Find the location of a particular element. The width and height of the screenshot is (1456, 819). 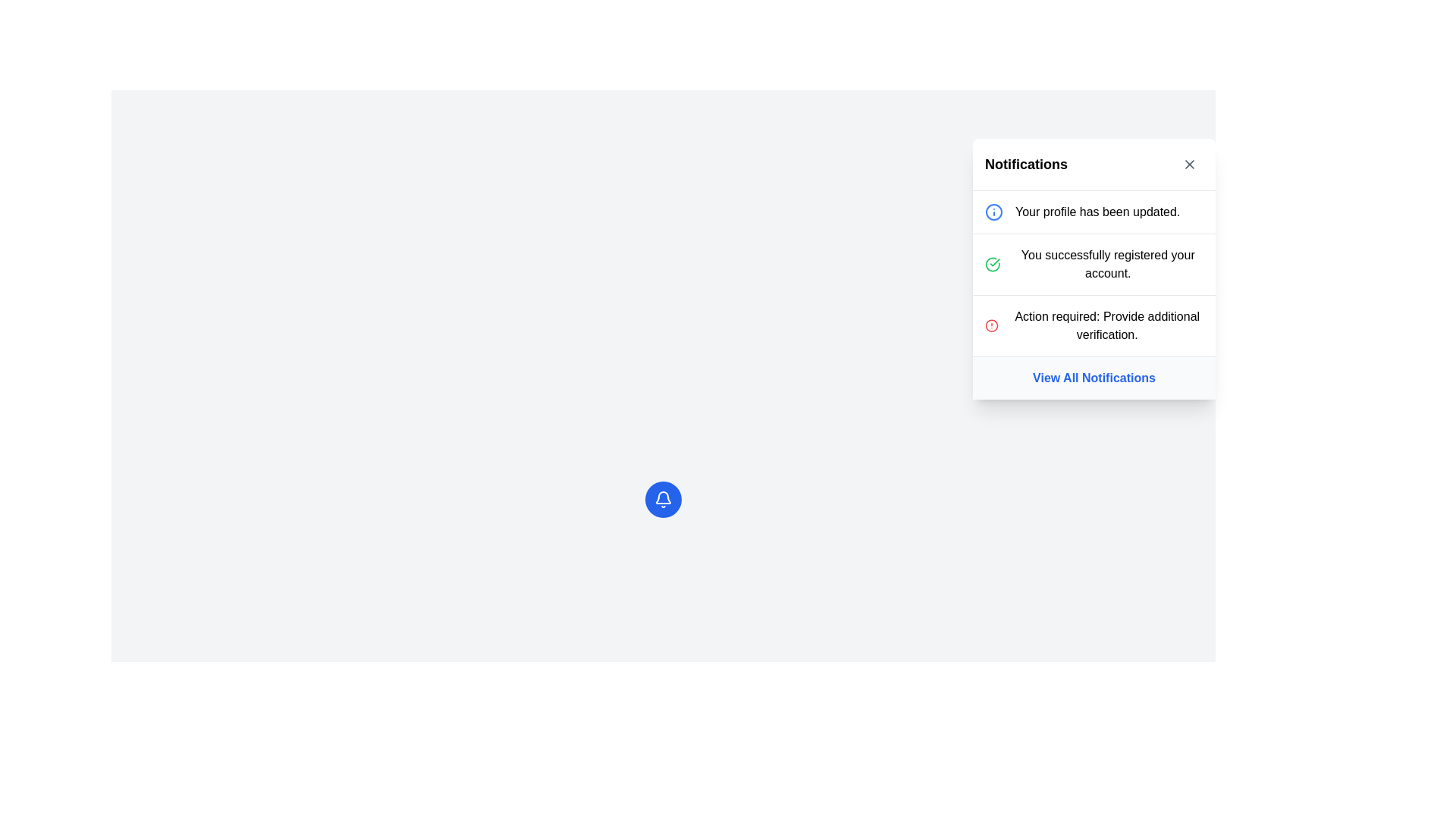

the 'X' button located in the top-right corner of the notification panel is located at coordinates (1189, 164).